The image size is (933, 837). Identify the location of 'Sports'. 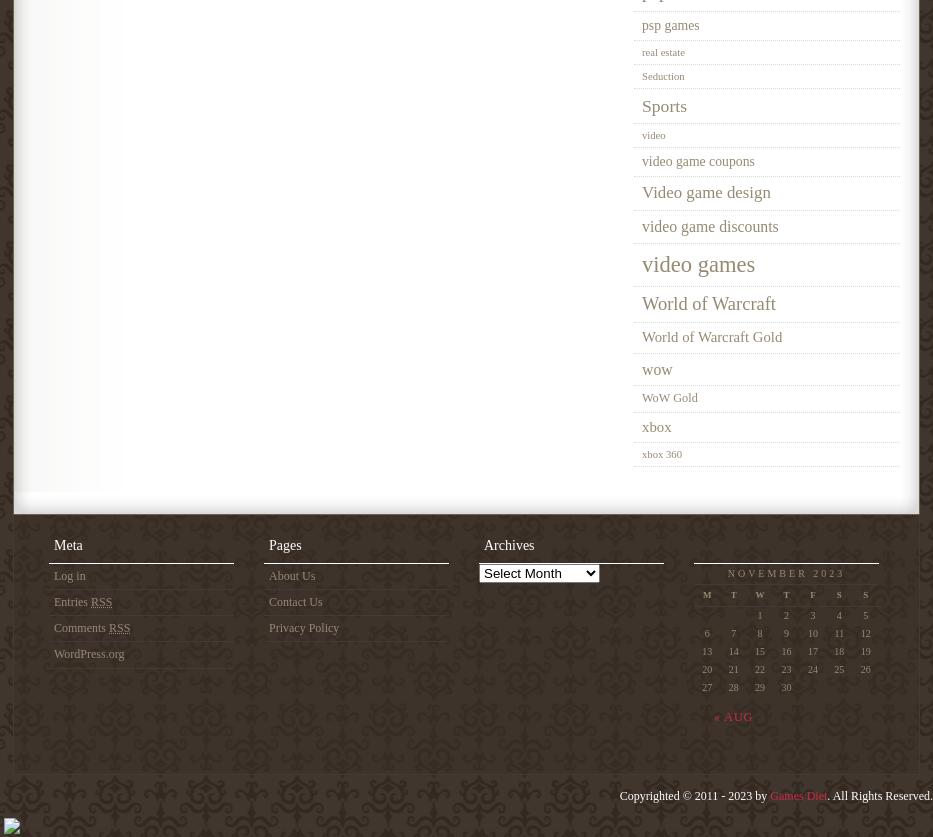
(663, 105).